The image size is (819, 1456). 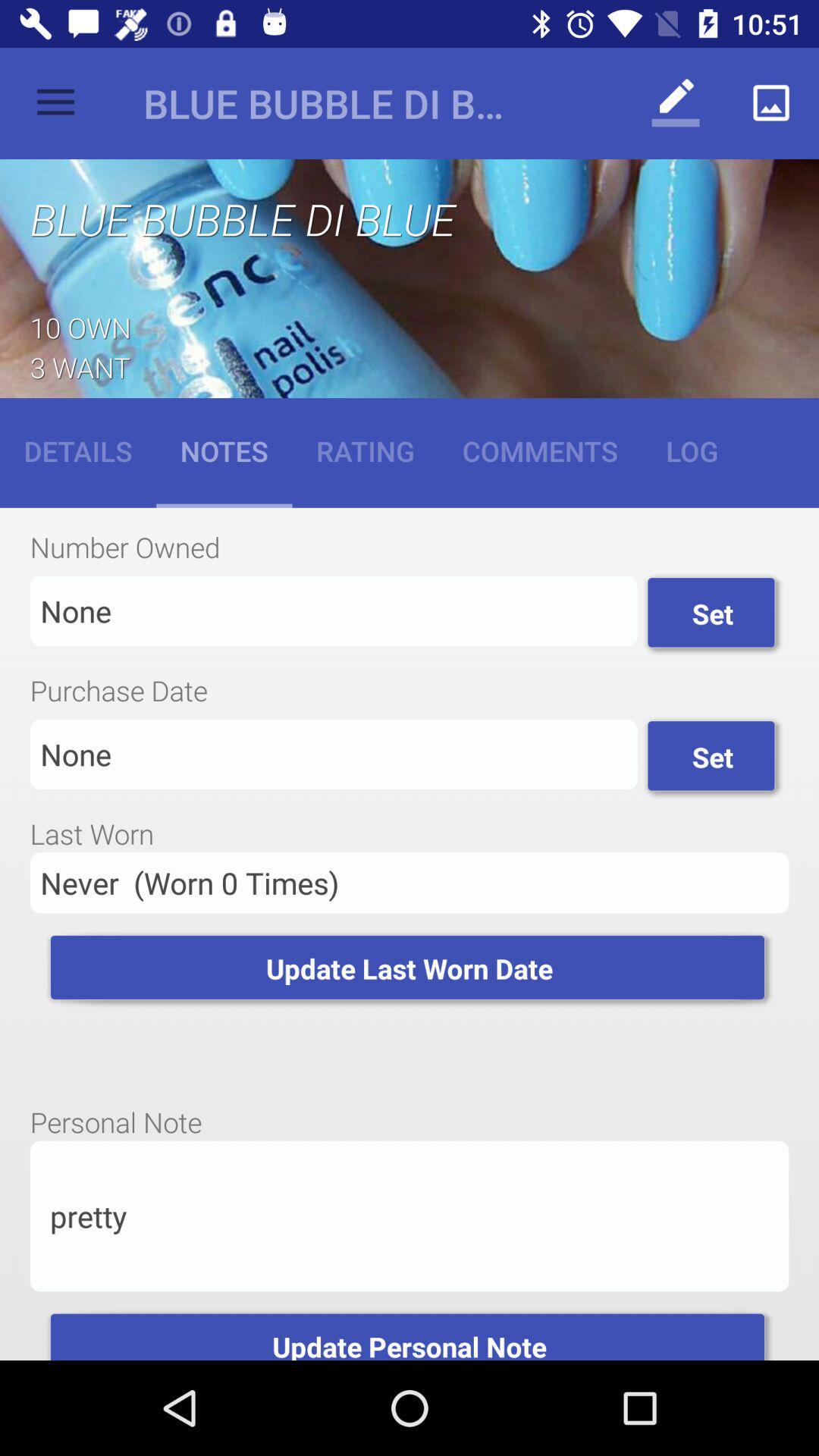 I want to click on the item to the left of notes, so click(x=78, y=450).